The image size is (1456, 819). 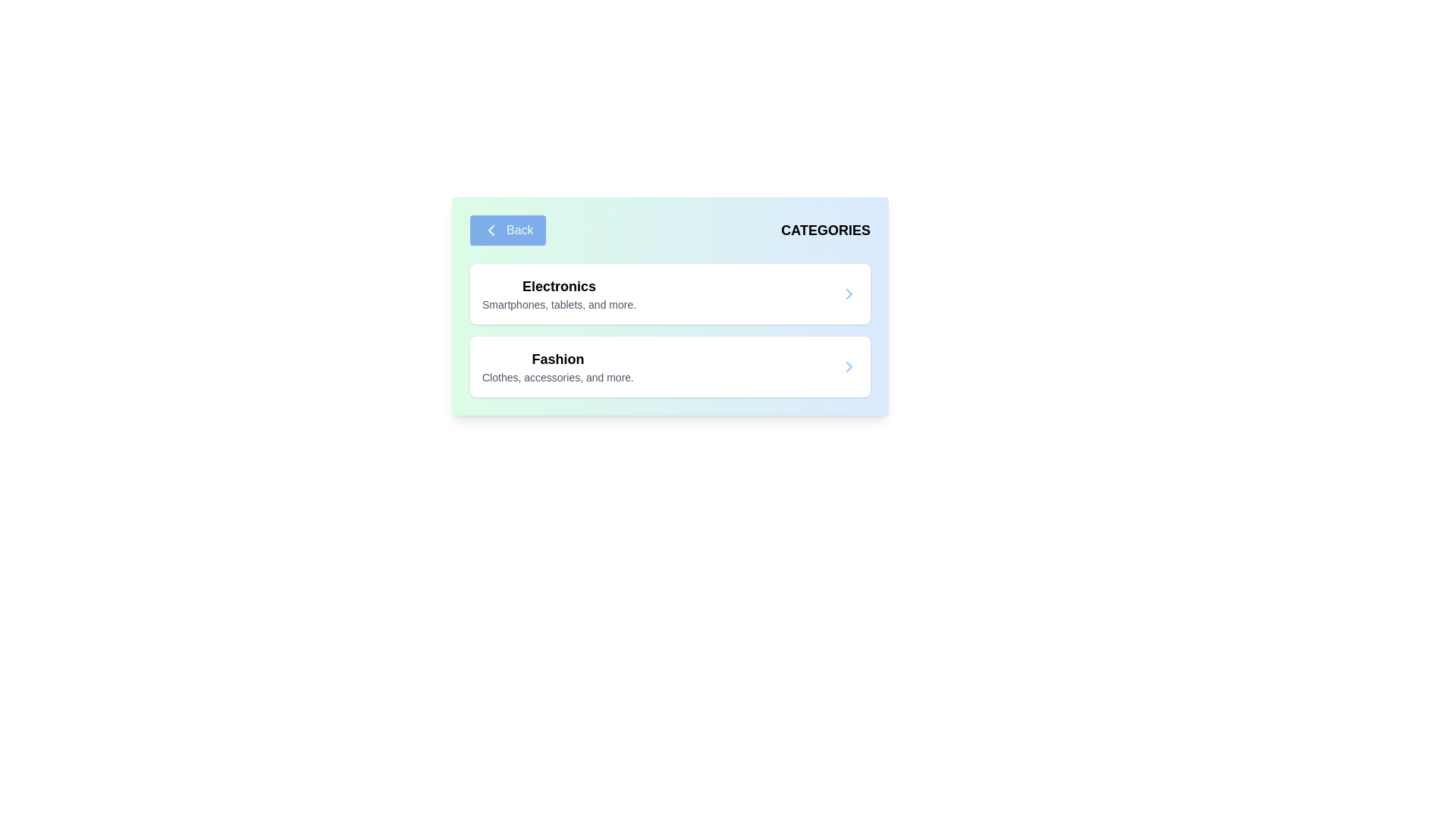 I want to click on the descriptive text element located beneath the 'Fashion' title in the second card of the interface, which provides additional information about the 'Fashion' category, so click(x=557, y=376).